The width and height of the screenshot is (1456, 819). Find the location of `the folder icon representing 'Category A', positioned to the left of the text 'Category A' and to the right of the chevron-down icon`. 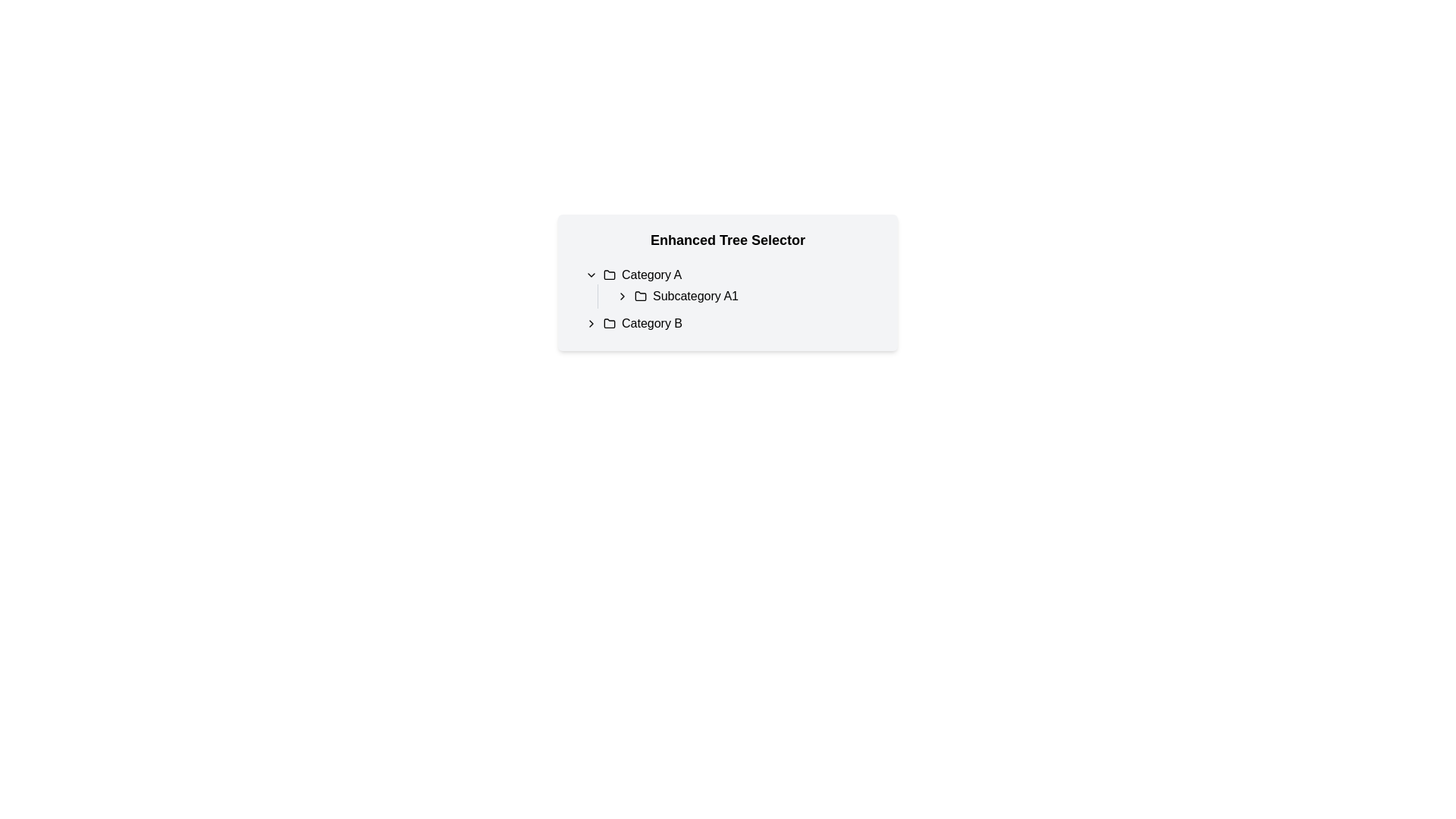

the folder icon representing 'Category A', positioned to the left of the text 'Category A' and to the right of the chevron-down icon is located at coordinates (610, 275).